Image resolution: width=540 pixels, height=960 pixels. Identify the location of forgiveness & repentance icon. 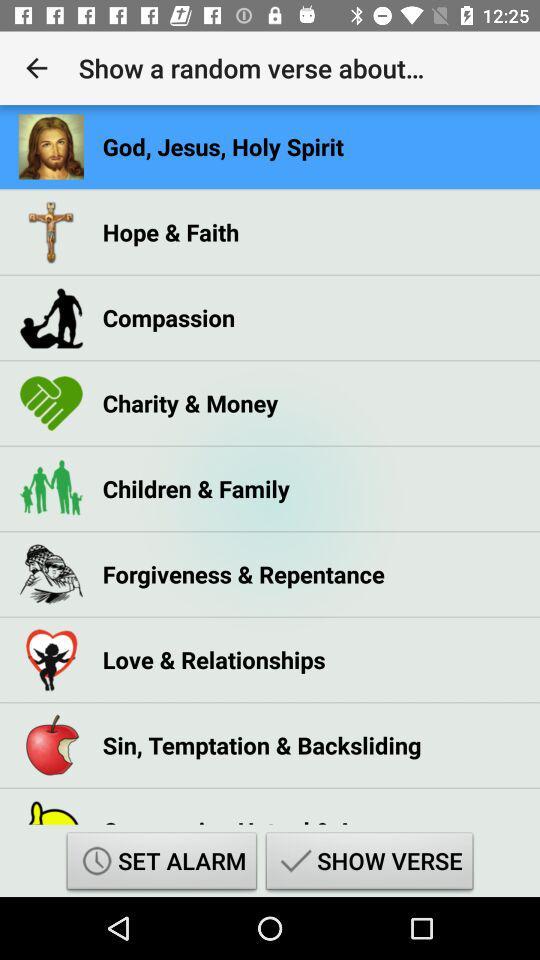
(243, 574).